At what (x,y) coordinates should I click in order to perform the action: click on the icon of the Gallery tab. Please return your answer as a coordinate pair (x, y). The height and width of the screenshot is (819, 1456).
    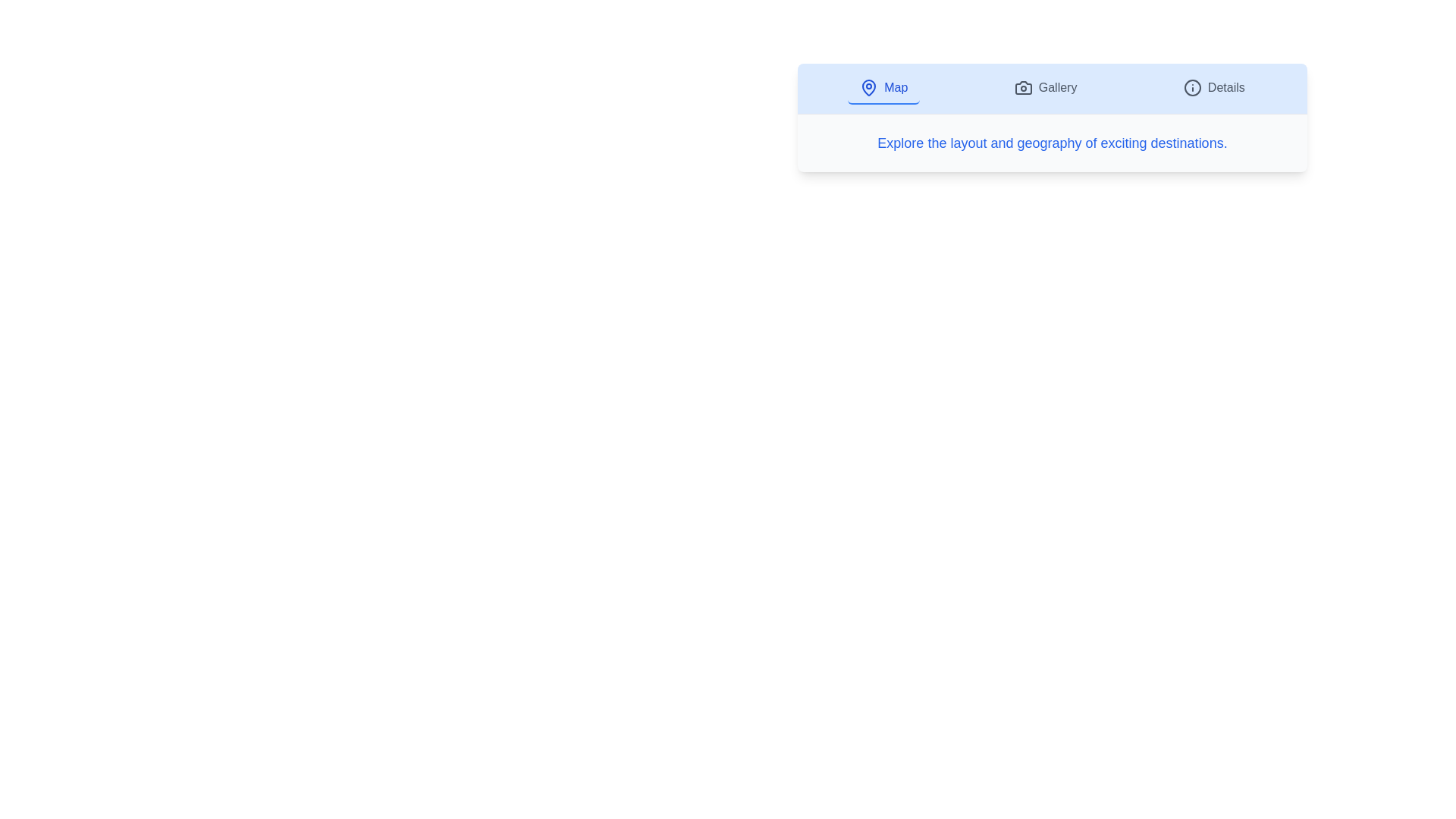
    Looking at the image, I should click on (1023, 87).